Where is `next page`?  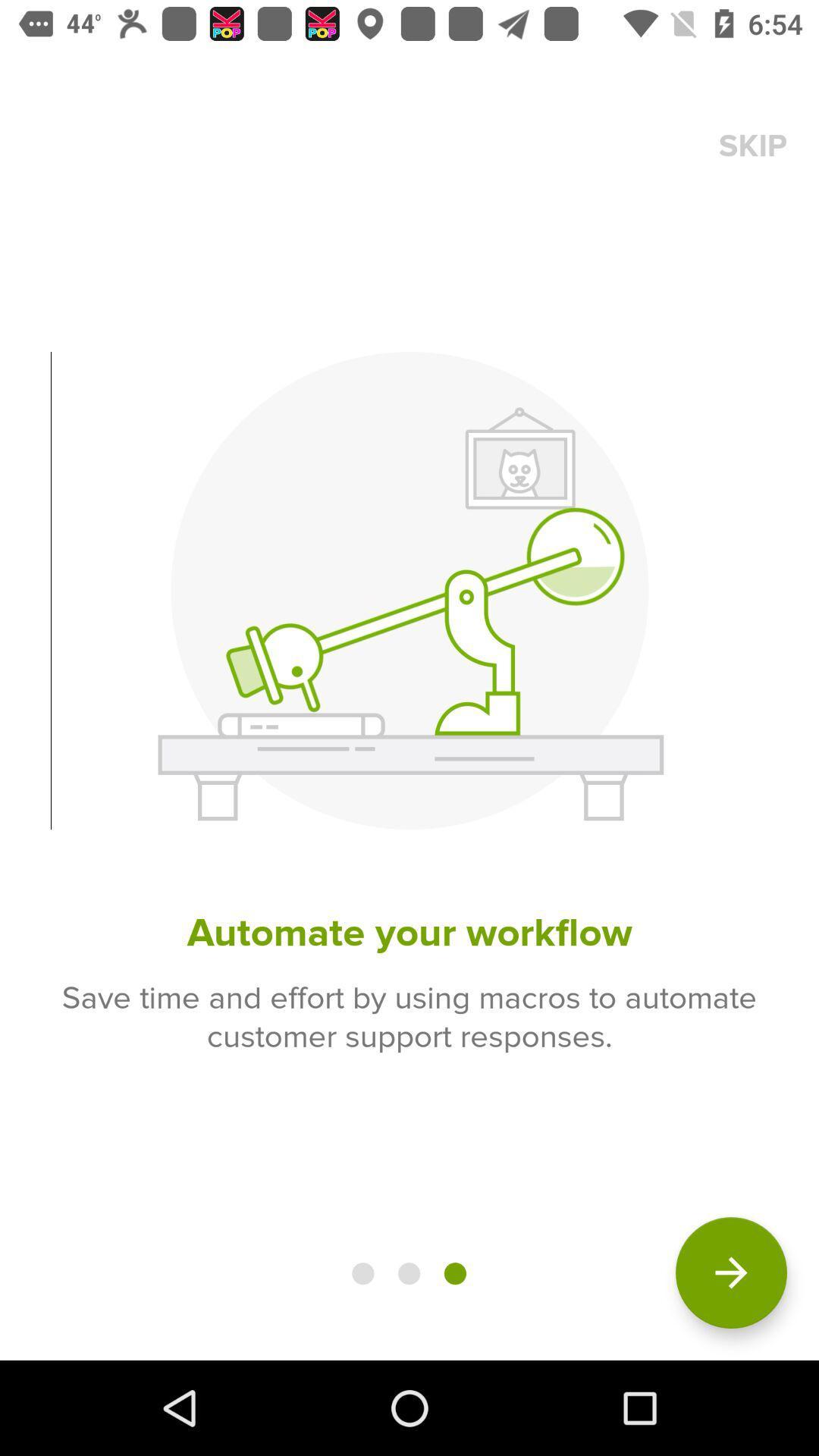 next page is located at coordinates (730, 1272).